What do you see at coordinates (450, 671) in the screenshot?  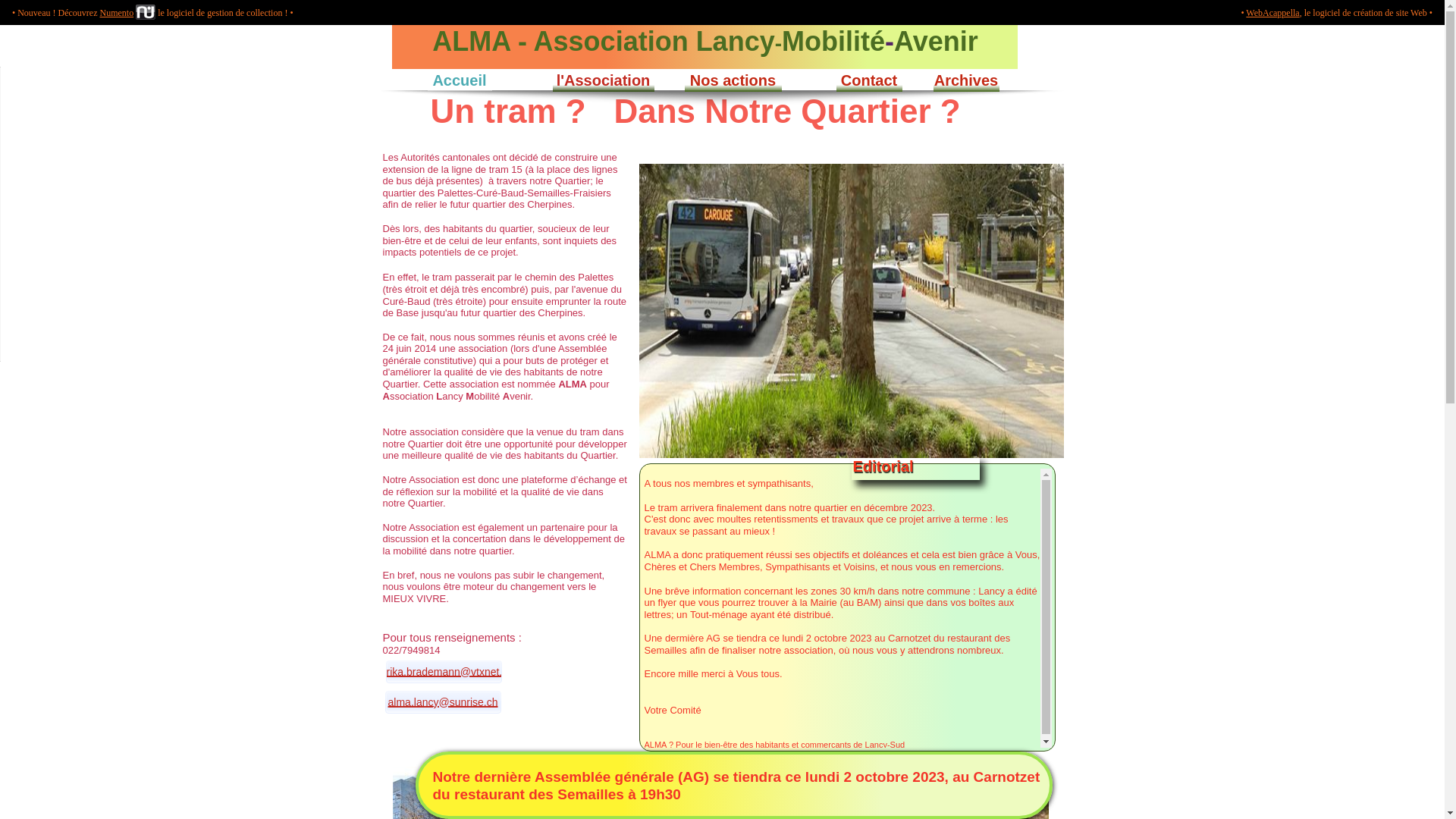 I see `'rika.brademann@vtxnet.ch'` at bounding box center [450, 671].